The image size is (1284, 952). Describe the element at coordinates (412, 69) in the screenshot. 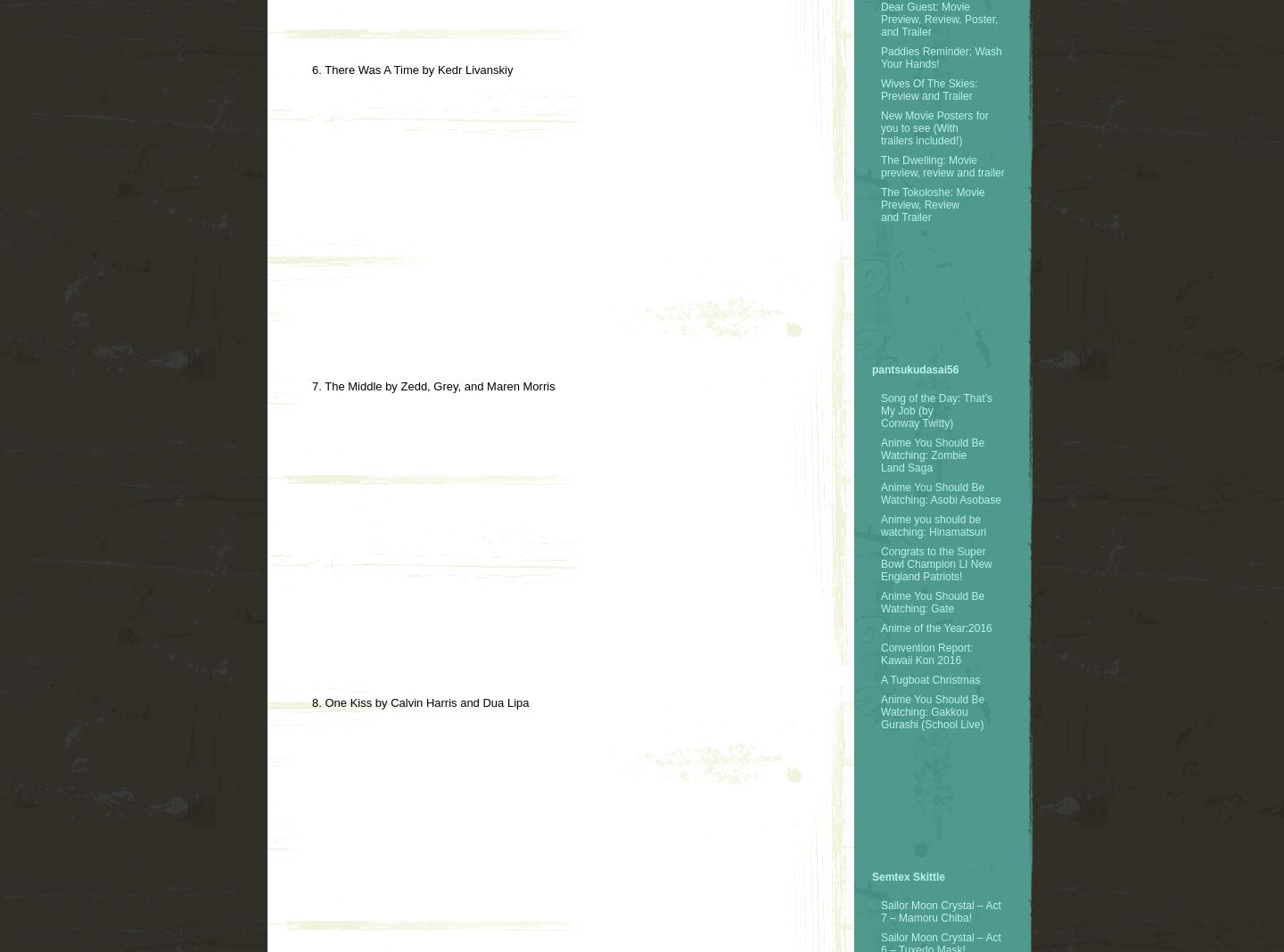

I see `'6. There Was A Time by Kedr Livanskiy'` at that location.